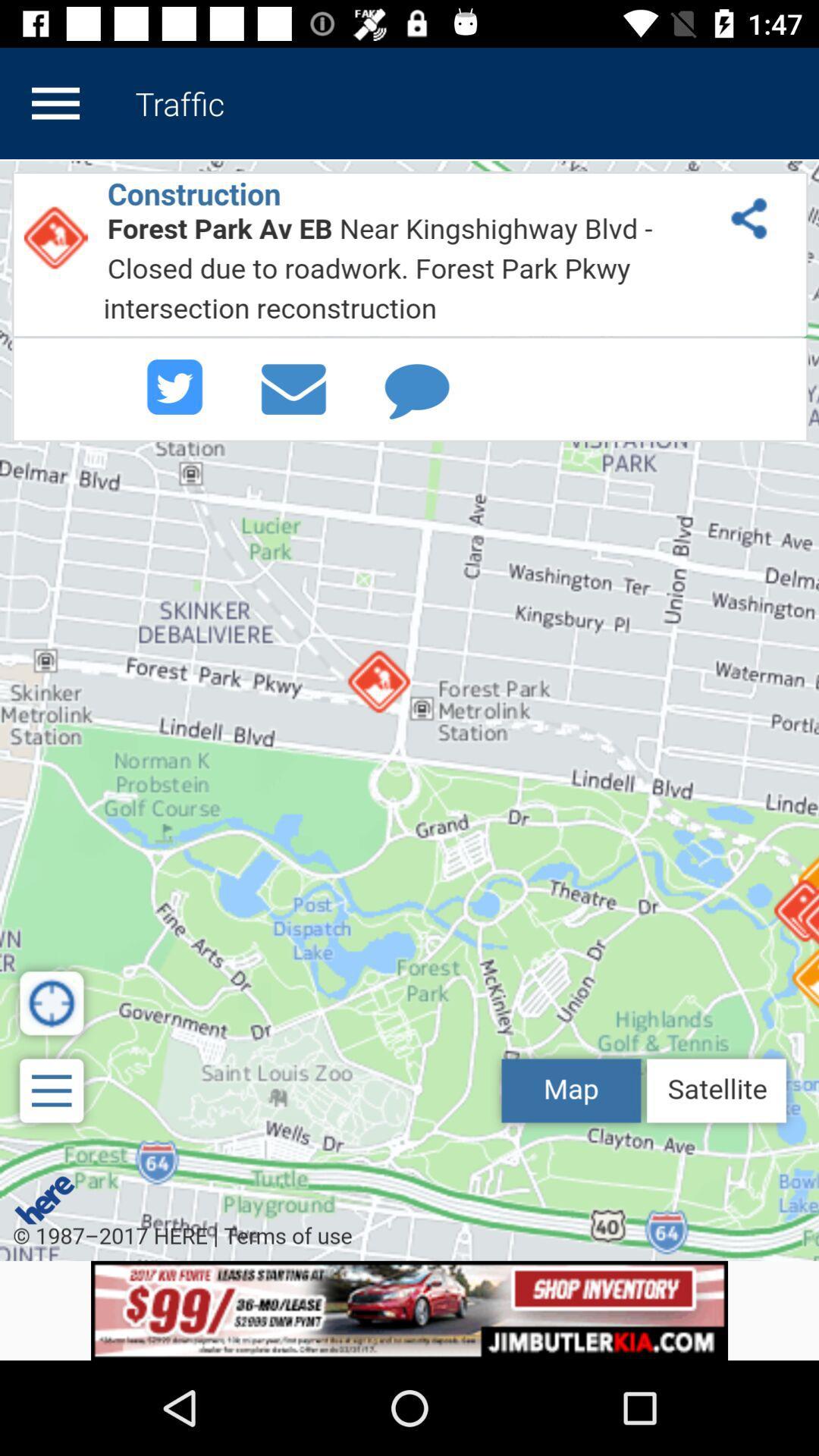 Image resolution: width=819 pixels, height=1456 pixels. I want to click on advertisement website, so click(409, 1310).